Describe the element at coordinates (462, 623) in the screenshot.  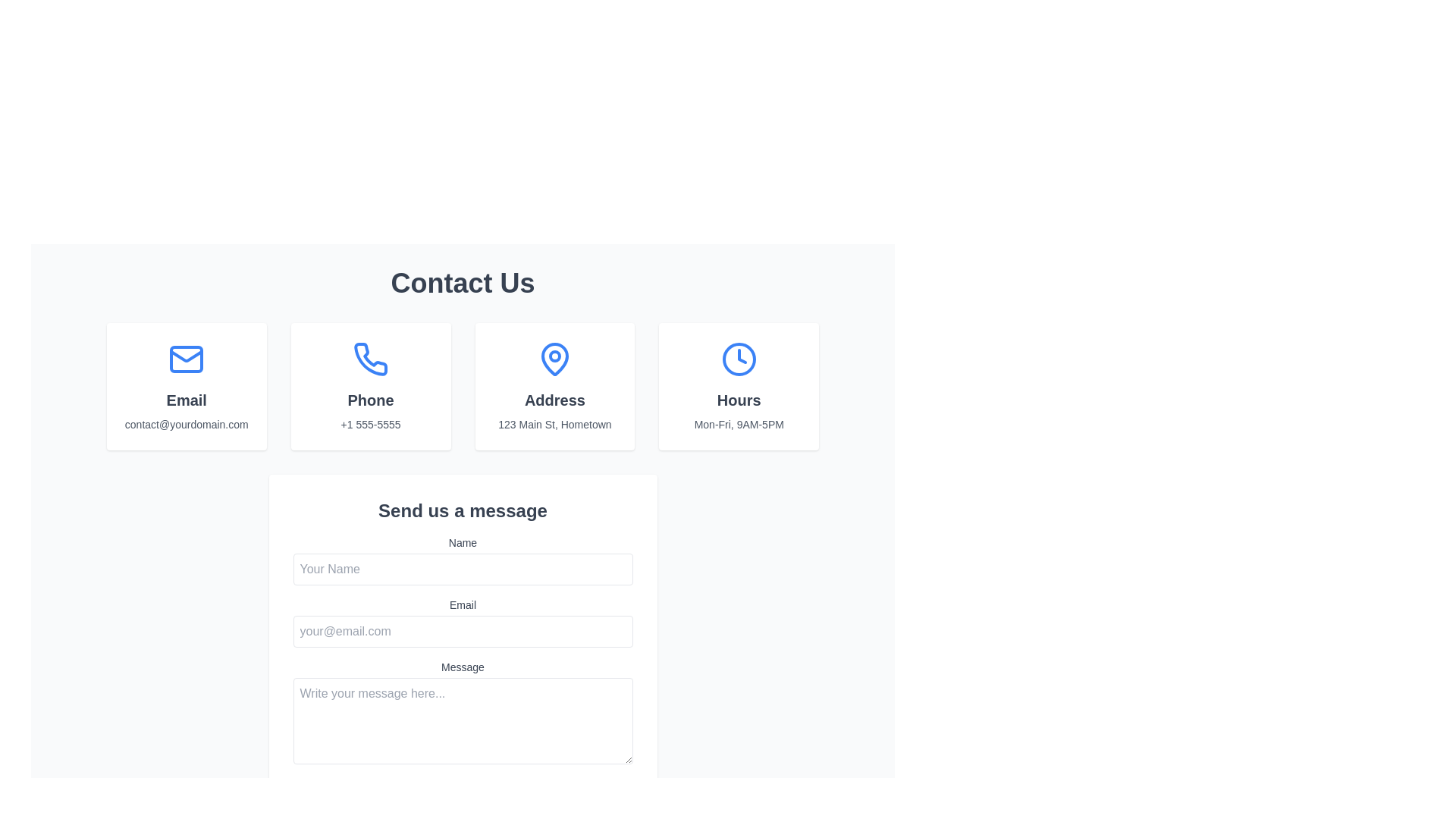
I see `the email input field located in the 'Send us a message' section, which is the second input field below the 'Name' input field` at that location.